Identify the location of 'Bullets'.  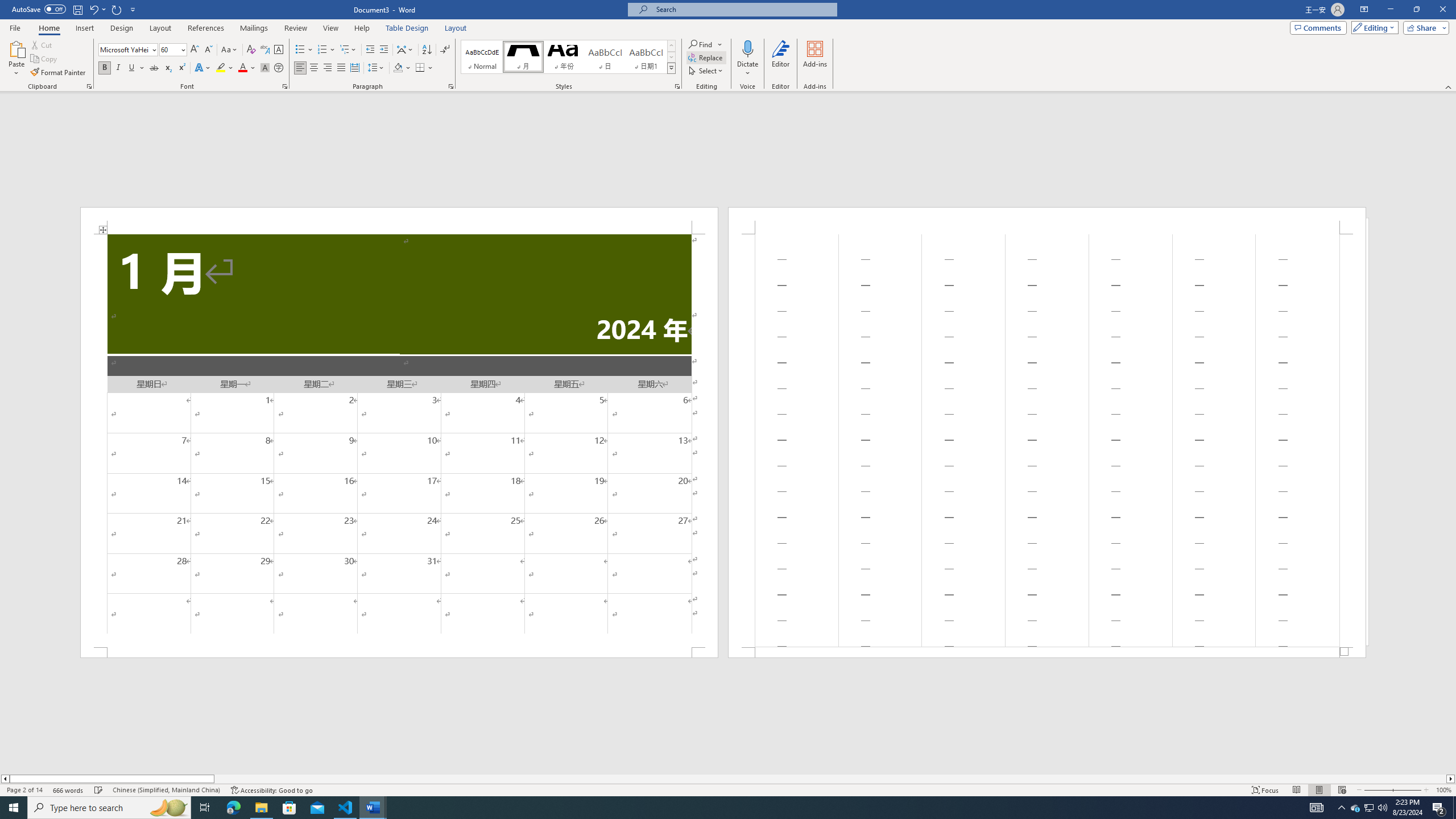
(304, 49).